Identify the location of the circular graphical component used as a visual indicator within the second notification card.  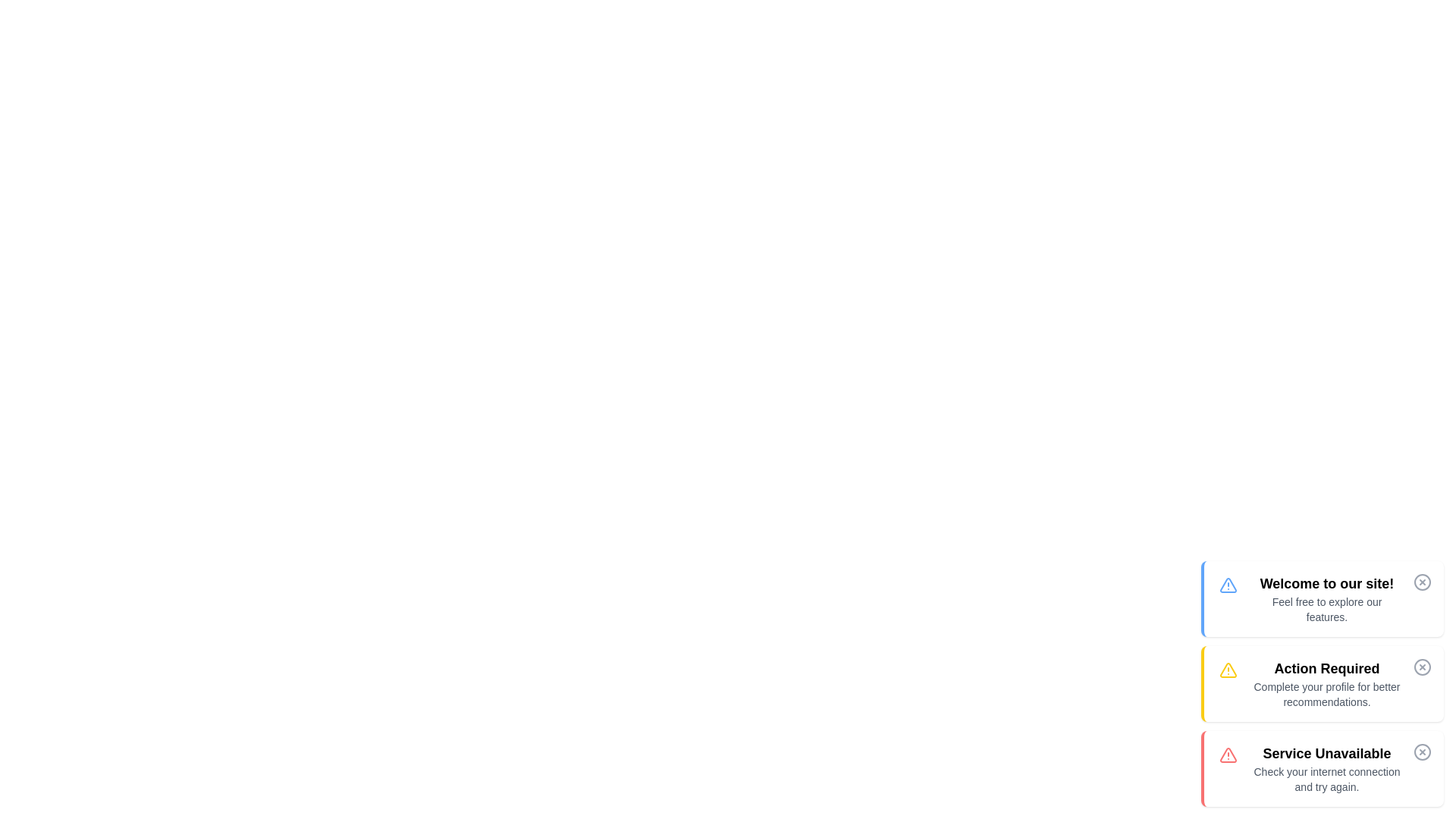
(1422, 666).